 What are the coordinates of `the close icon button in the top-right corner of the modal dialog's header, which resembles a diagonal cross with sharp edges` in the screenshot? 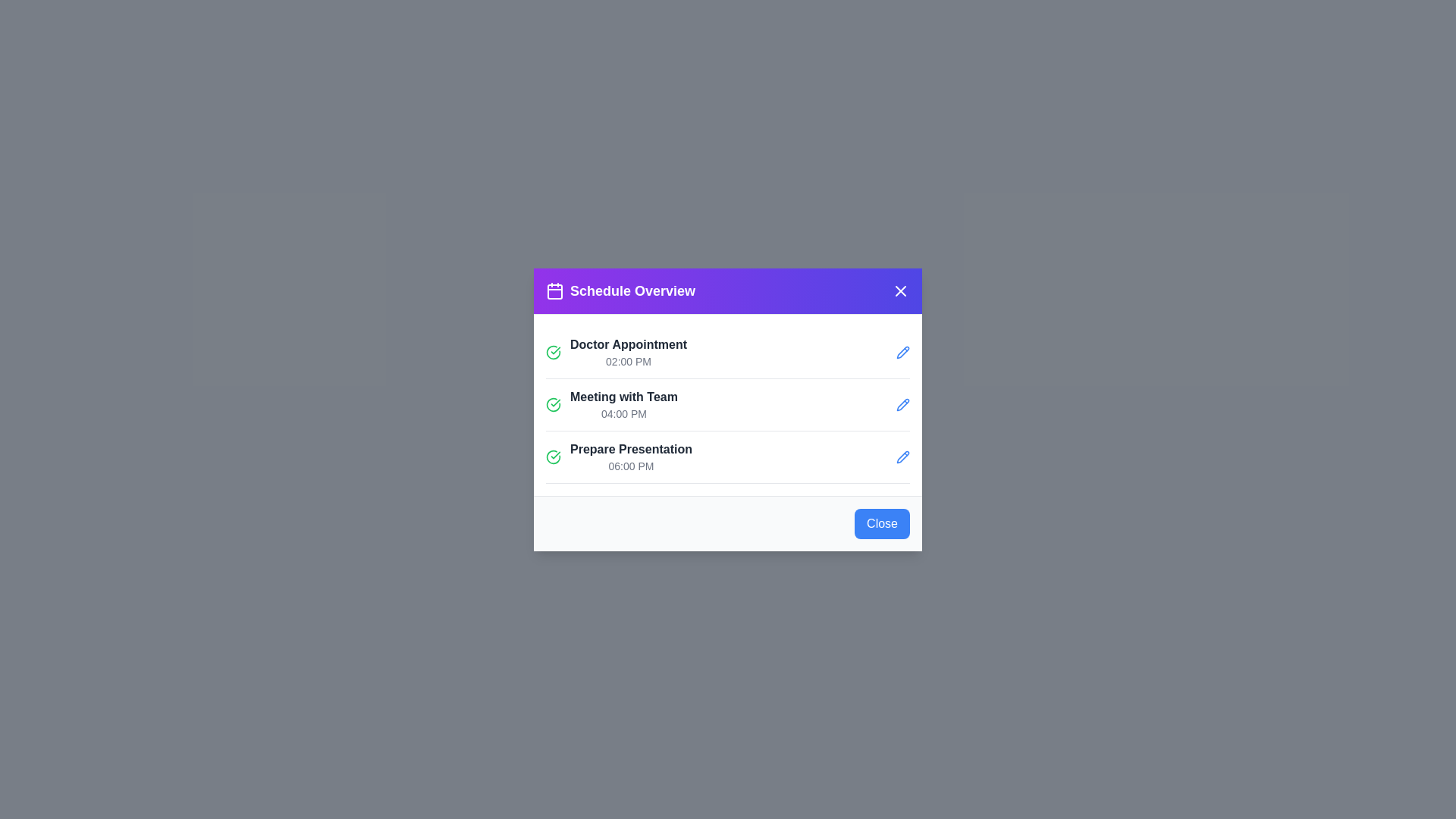 It's located at (901, 290).